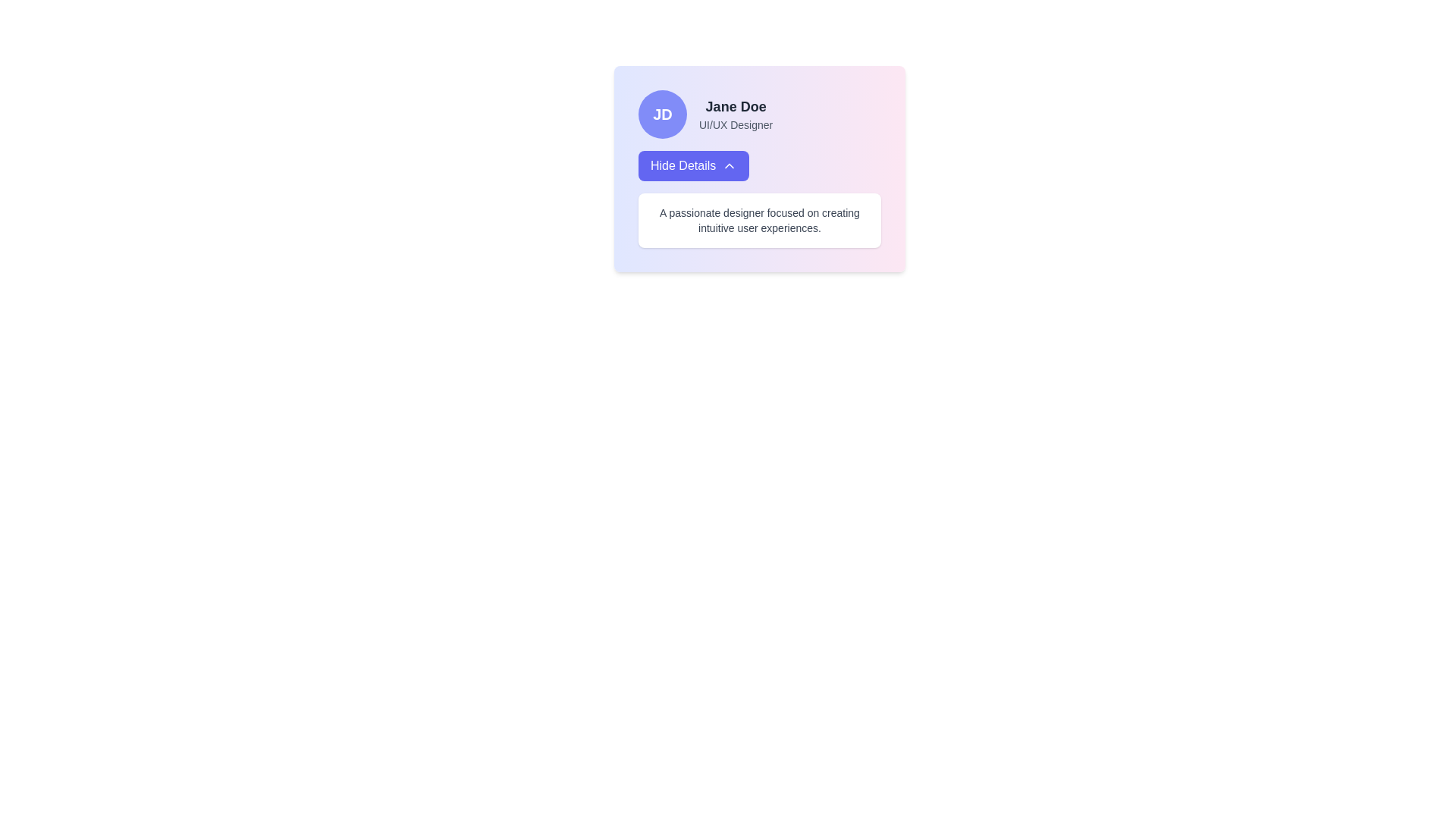  Describe the element at coordinates (693, 166) in the screenshot. I see `the 'Hide Details' button located below the profile information of 'Jane Doe' to hide additional details` at that location.